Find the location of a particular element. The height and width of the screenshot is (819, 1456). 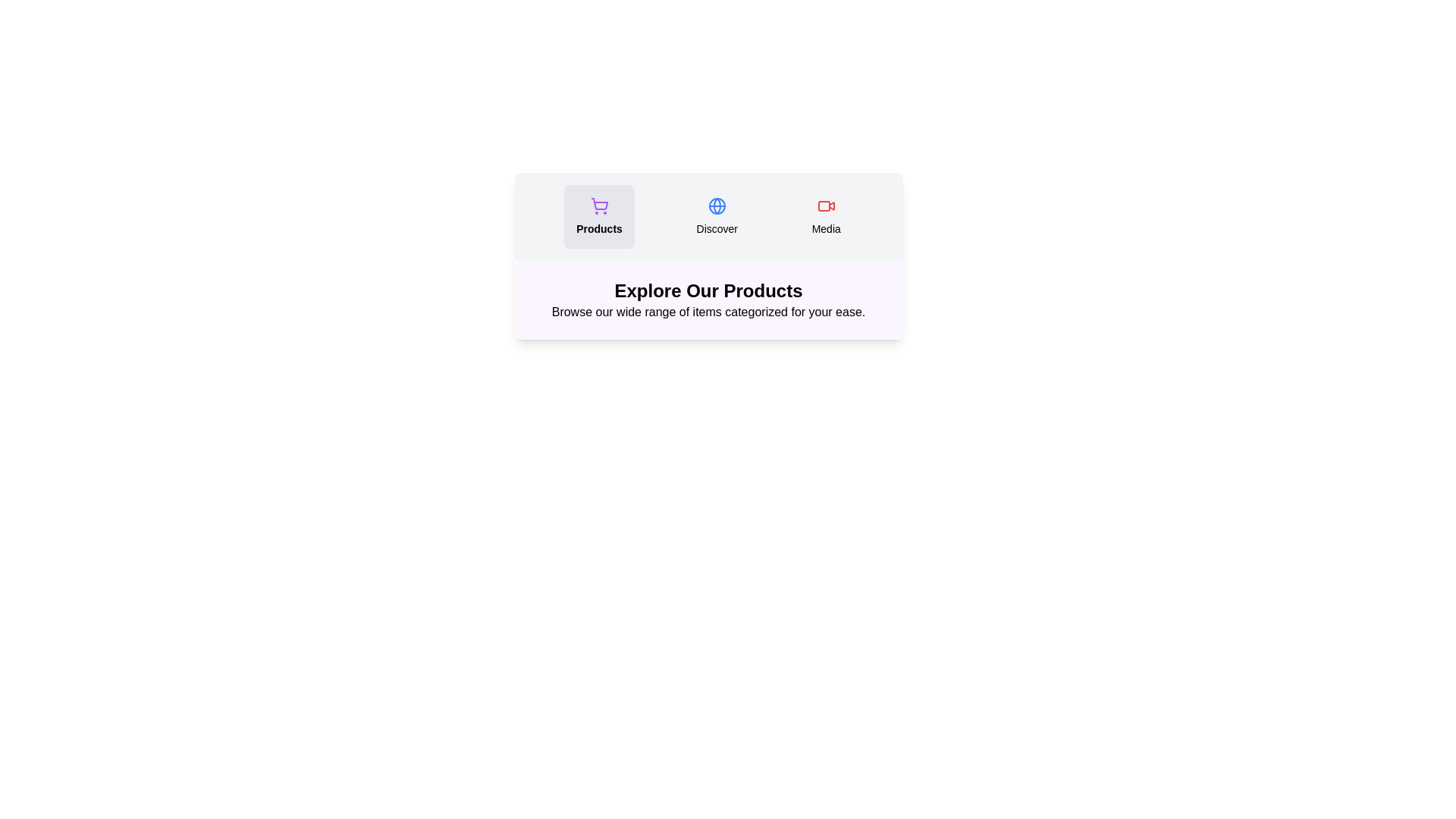

the Products tab by clicking on its button is located at coordinates (598, 216).